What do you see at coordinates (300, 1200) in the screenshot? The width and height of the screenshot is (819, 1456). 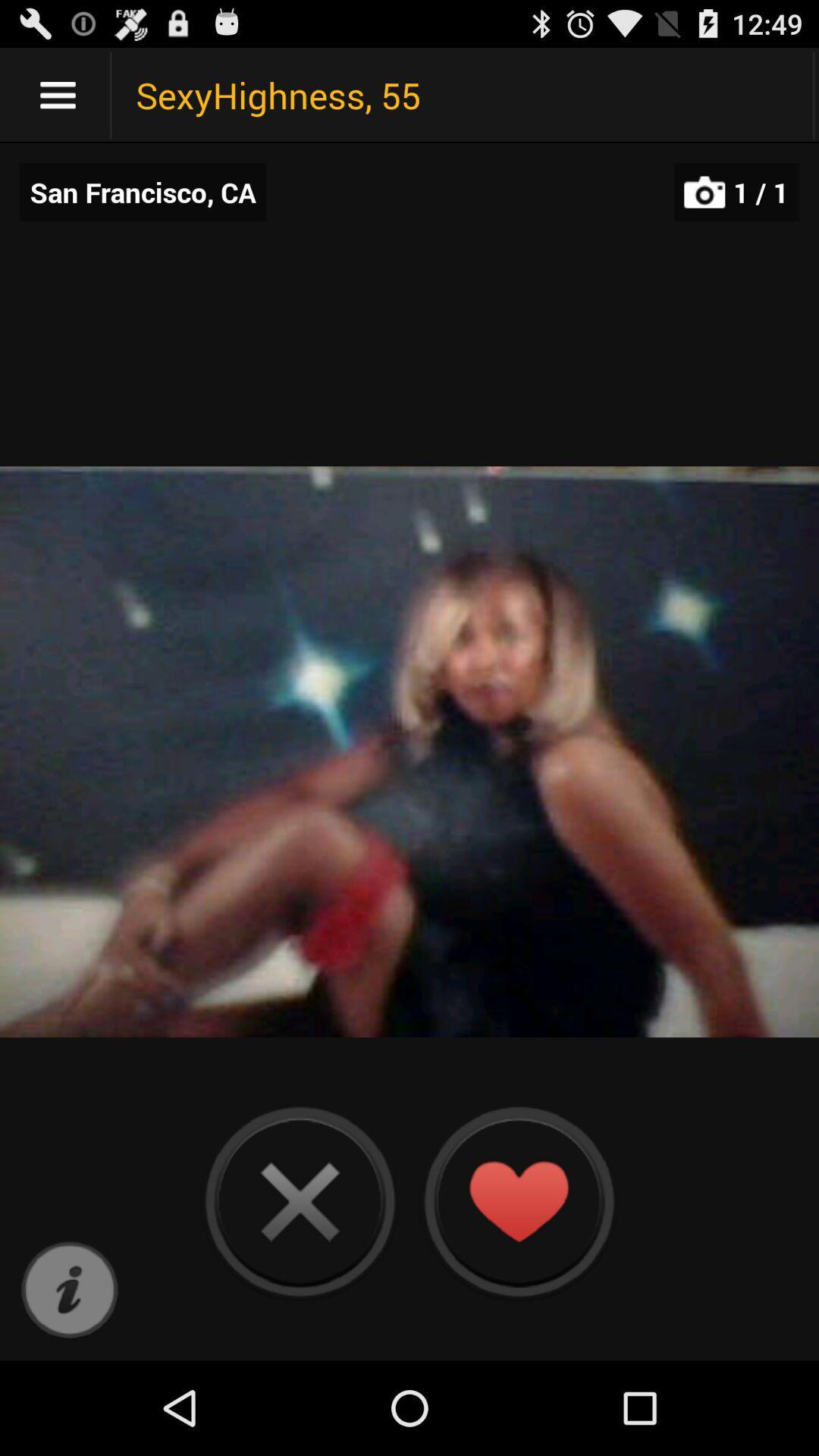 I see `out` at bounding box center [300, 1200].